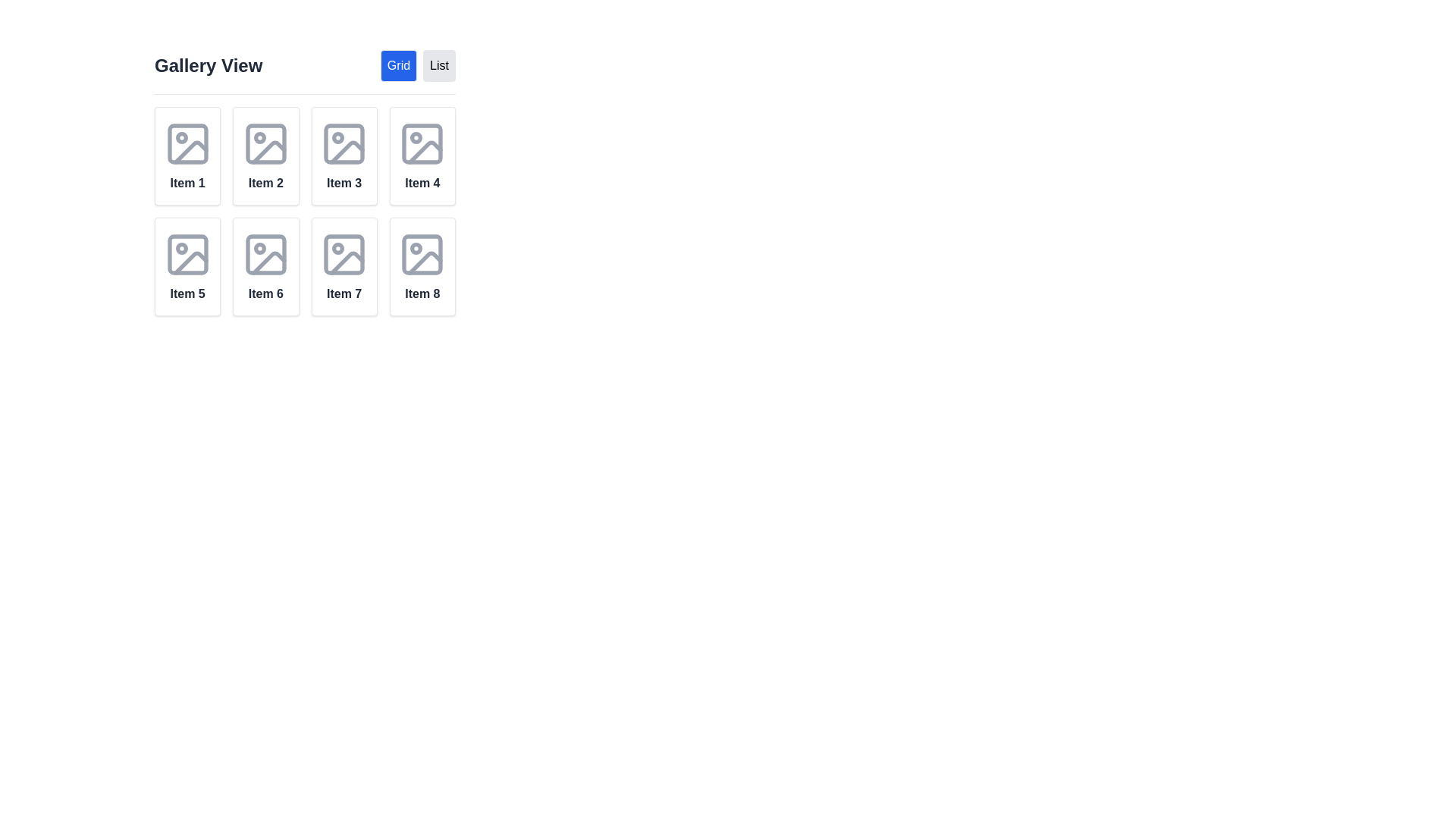  Describe the element at coordinates (187, 253) in the screenshot. I see `the outlined image icon located in the fifth item of the grid layout, positioned above the text 'Item 5'` at that location.